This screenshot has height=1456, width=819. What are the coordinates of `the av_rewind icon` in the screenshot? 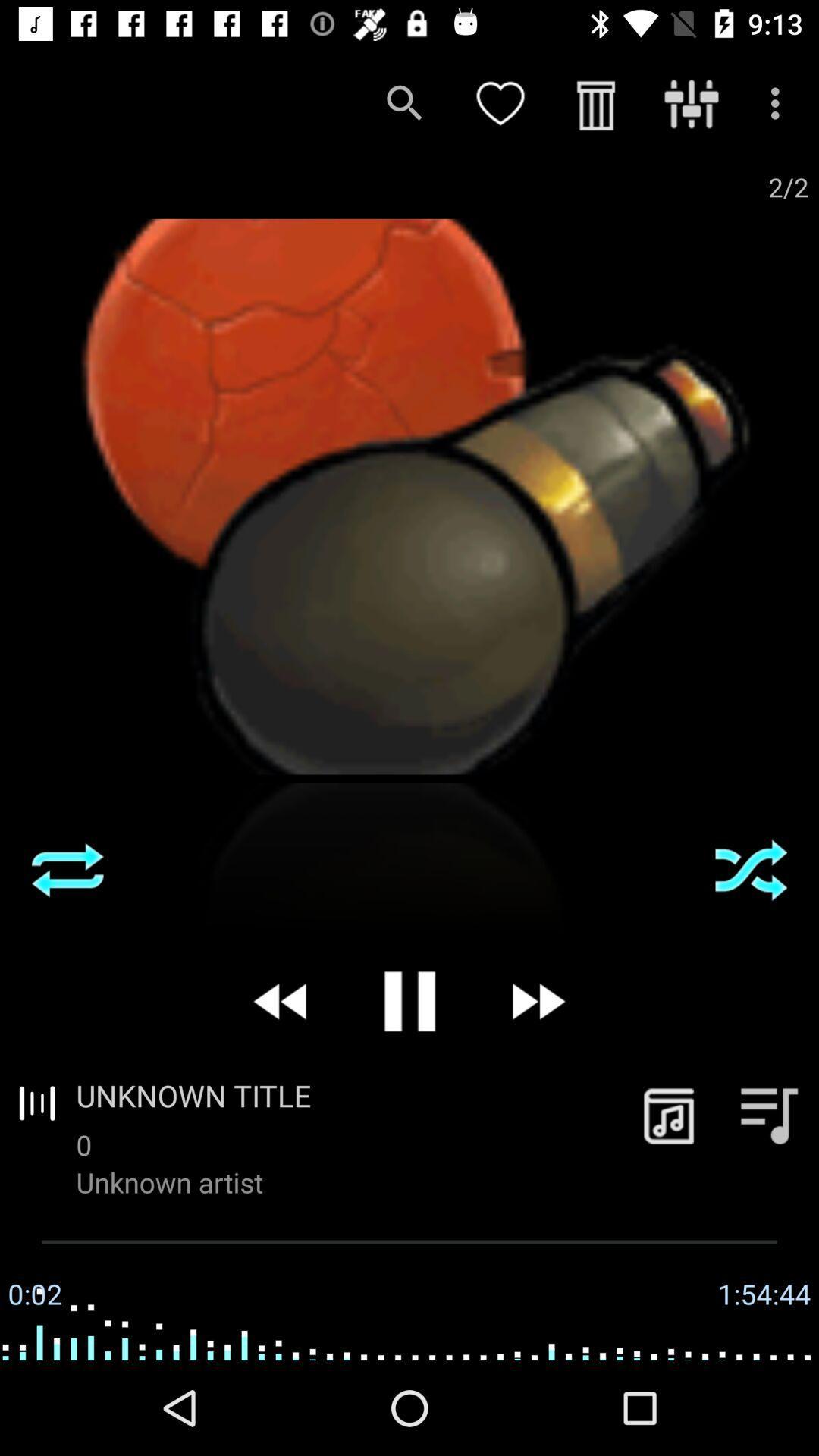 It's located at (281, 1001).